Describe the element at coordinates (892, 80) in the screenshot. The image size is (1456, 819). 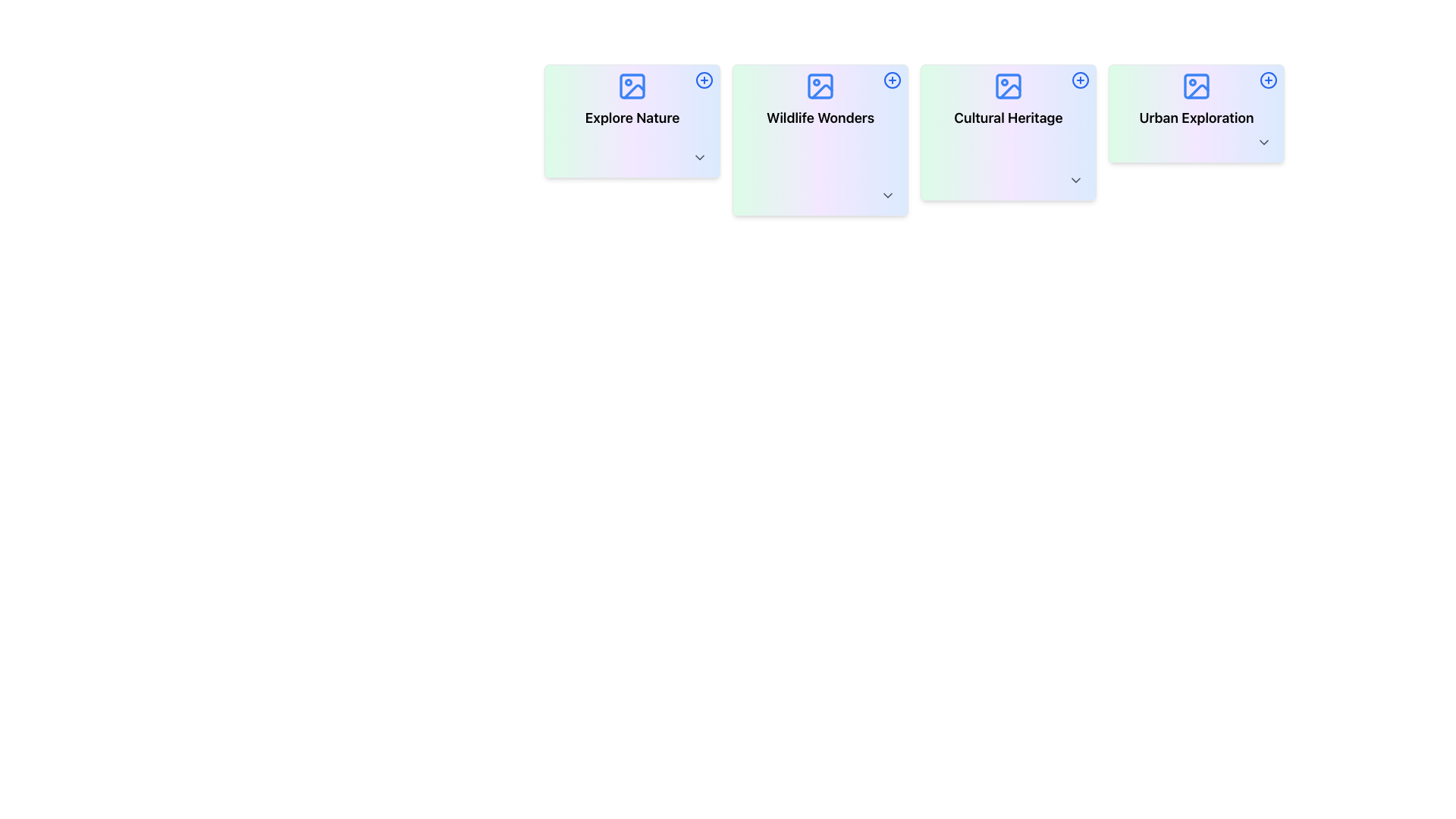
I see `the button located at the top-right corner of the 'Wildlife Wonders' card` at that location.